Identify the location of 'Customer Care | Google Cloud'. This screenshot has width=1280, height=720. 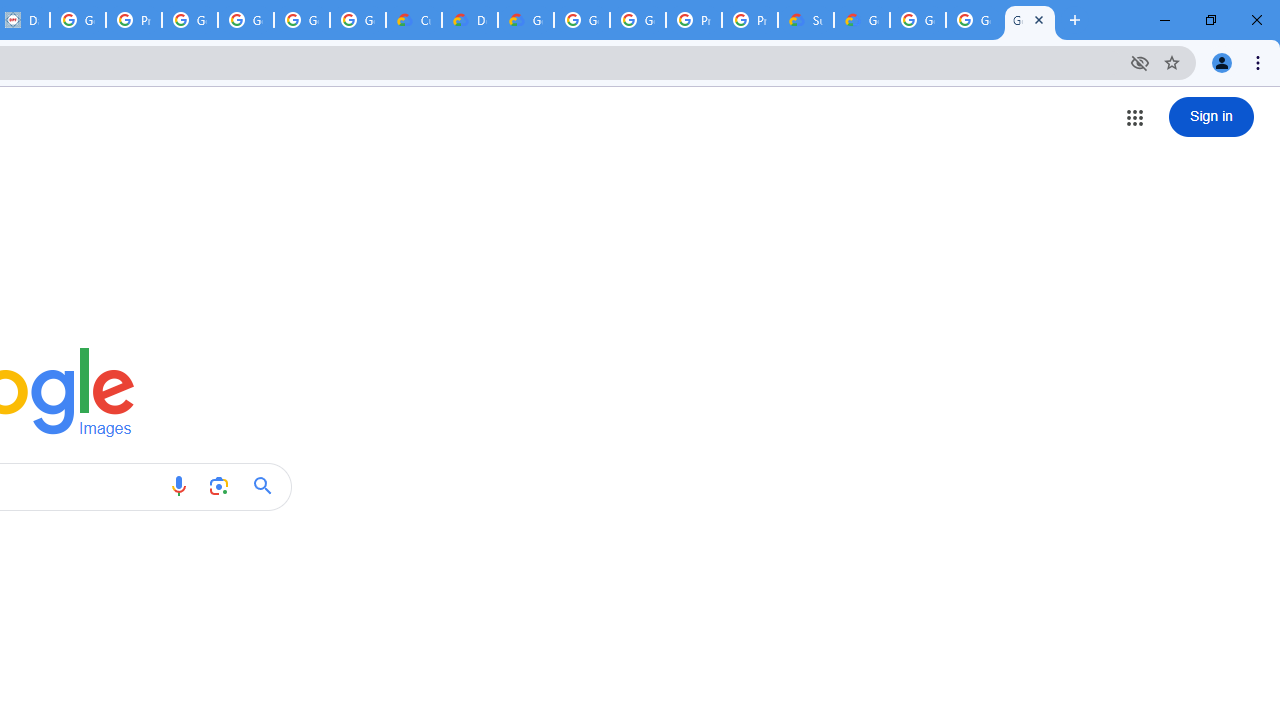
(413, 20).